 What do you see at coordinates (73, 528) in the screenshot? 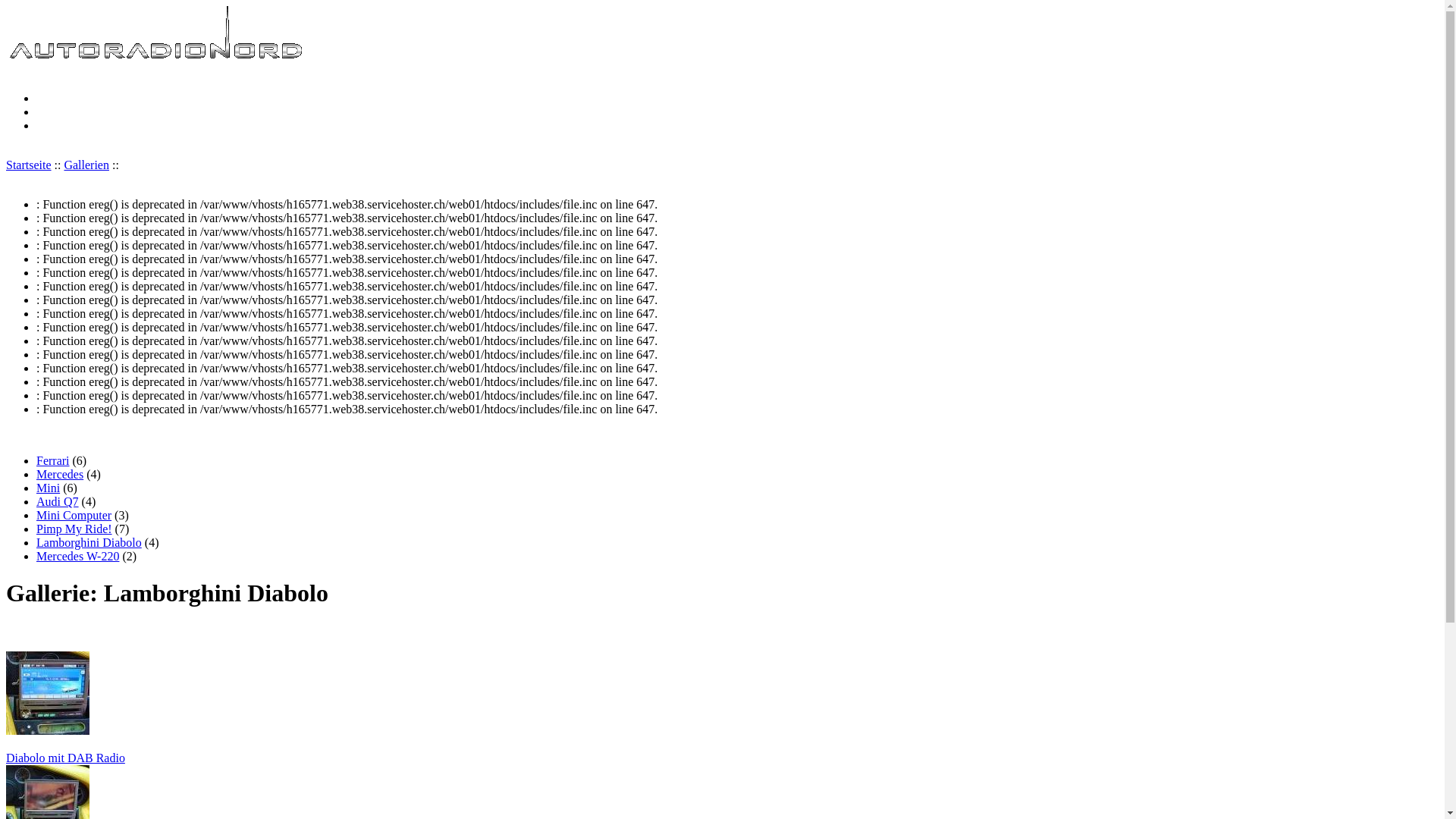
I see `'Pimp My Ride!'` at bounding box center [73, 528].